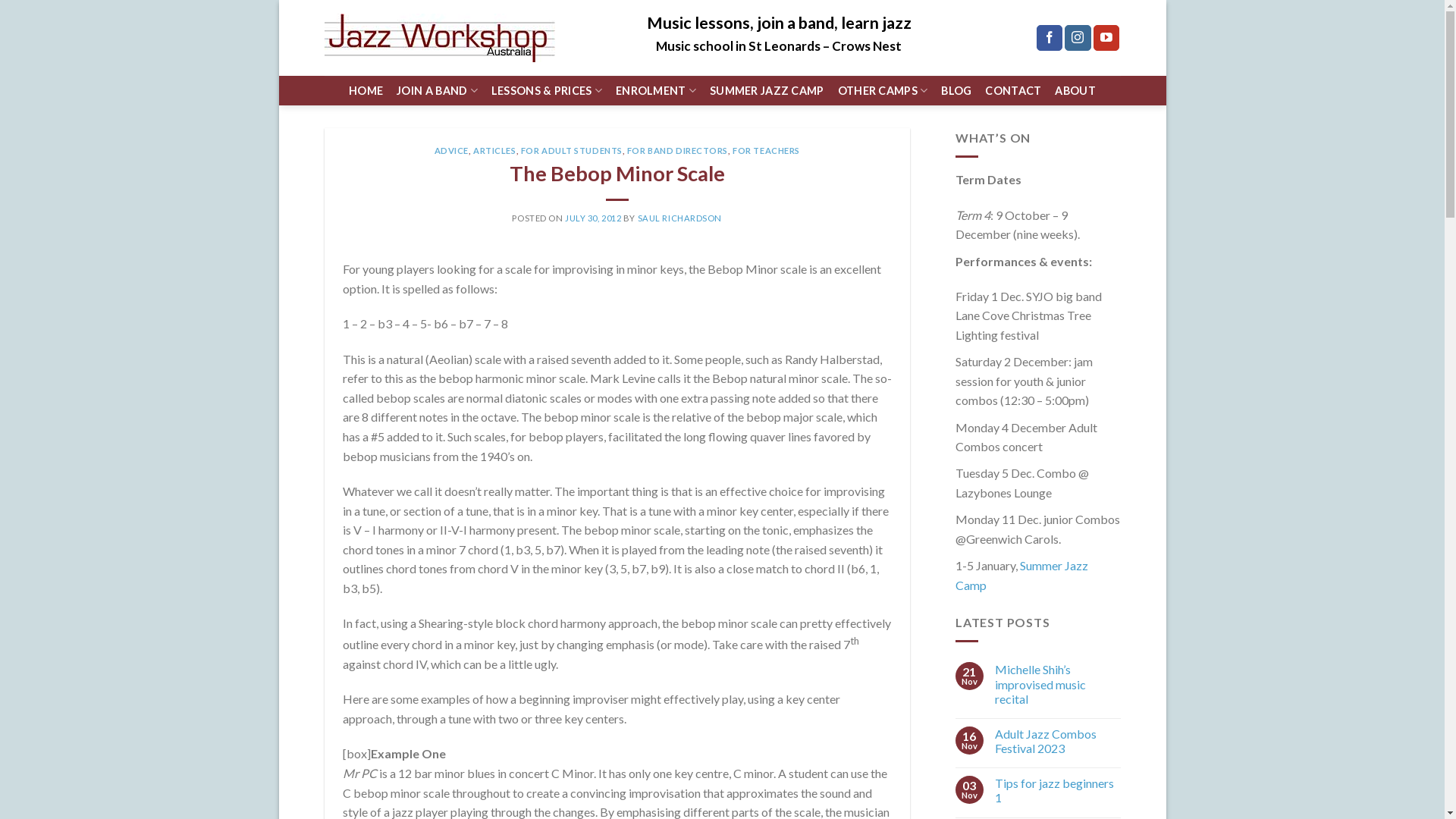 The image size is (1456, 819). Describe the element at coordinates (366, 90) in the screenshot. I see `'HOME'` at that location.